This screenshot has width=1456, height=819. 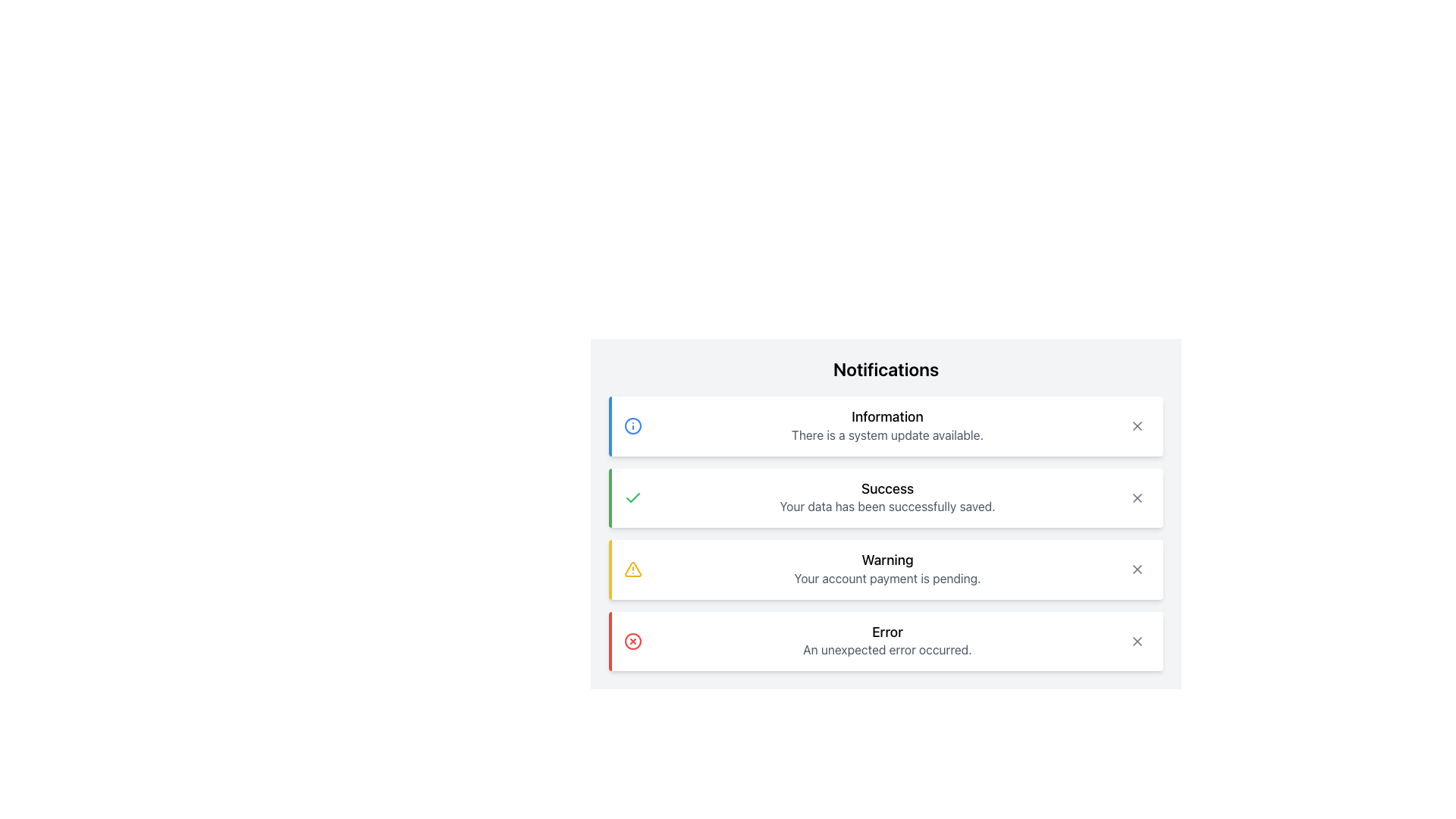 I want to click on 'Notifications' text label located at the top of the gray notification panel, which is bold and prominent, so click(x=886, y=369).